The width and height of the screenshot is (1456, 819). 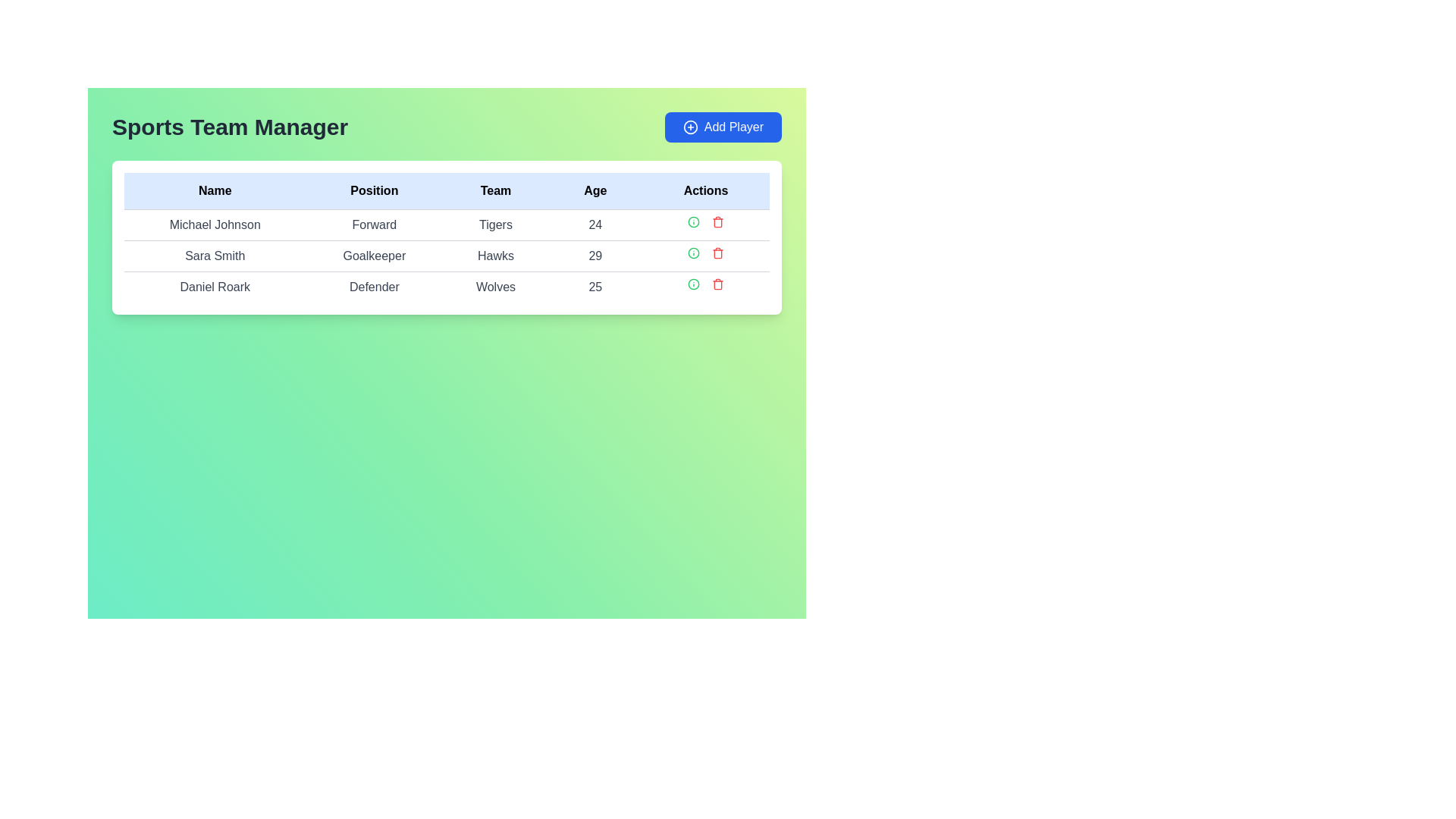 I want to click on the text label displaying 'Sports Team Manager' in a bold, large font on a light green background located in the upper-left corner of the interface, so click(x=229, y=127).